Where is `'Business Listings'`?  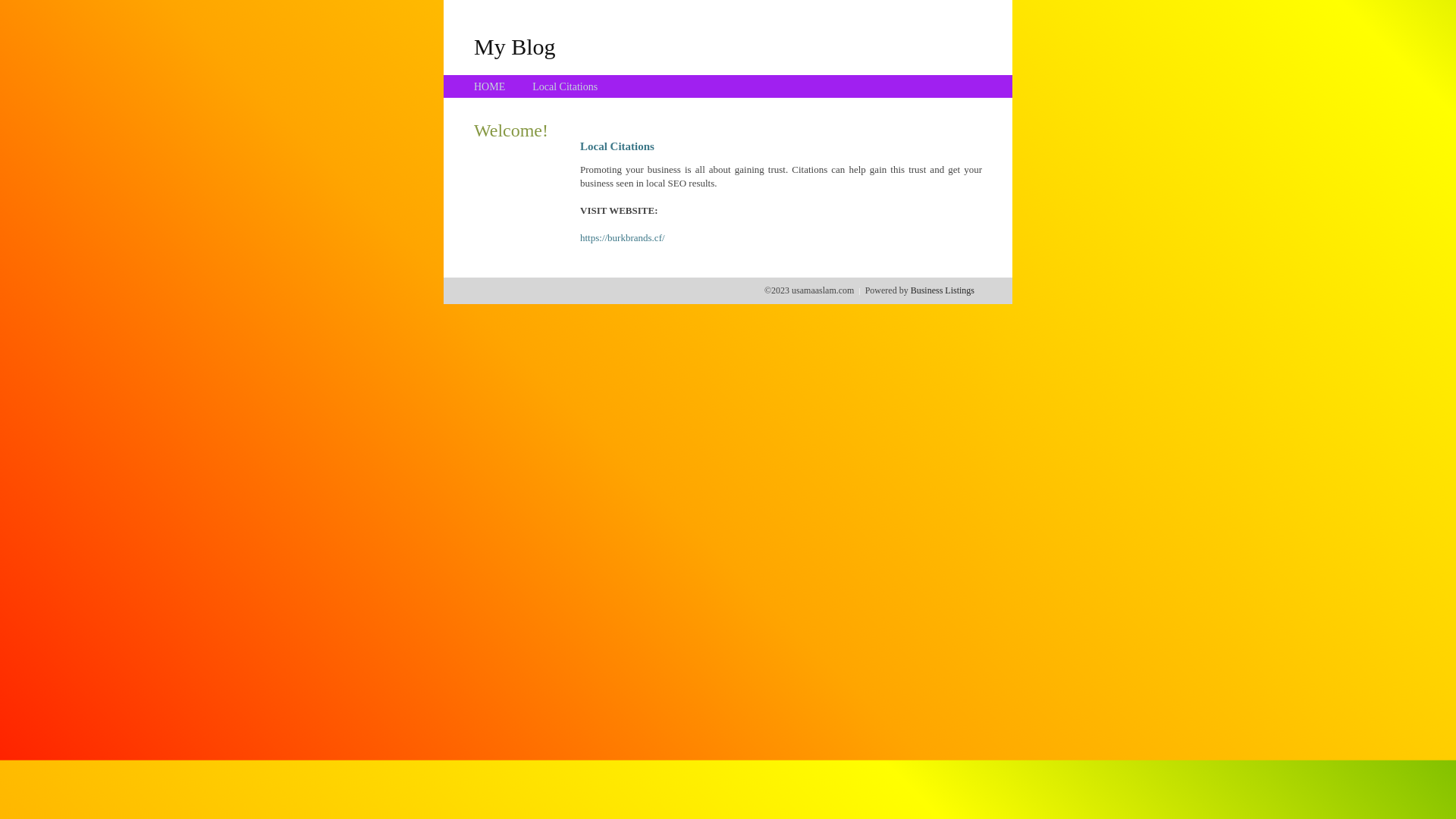 'Business Listings' is located at coordinates (942, 290).